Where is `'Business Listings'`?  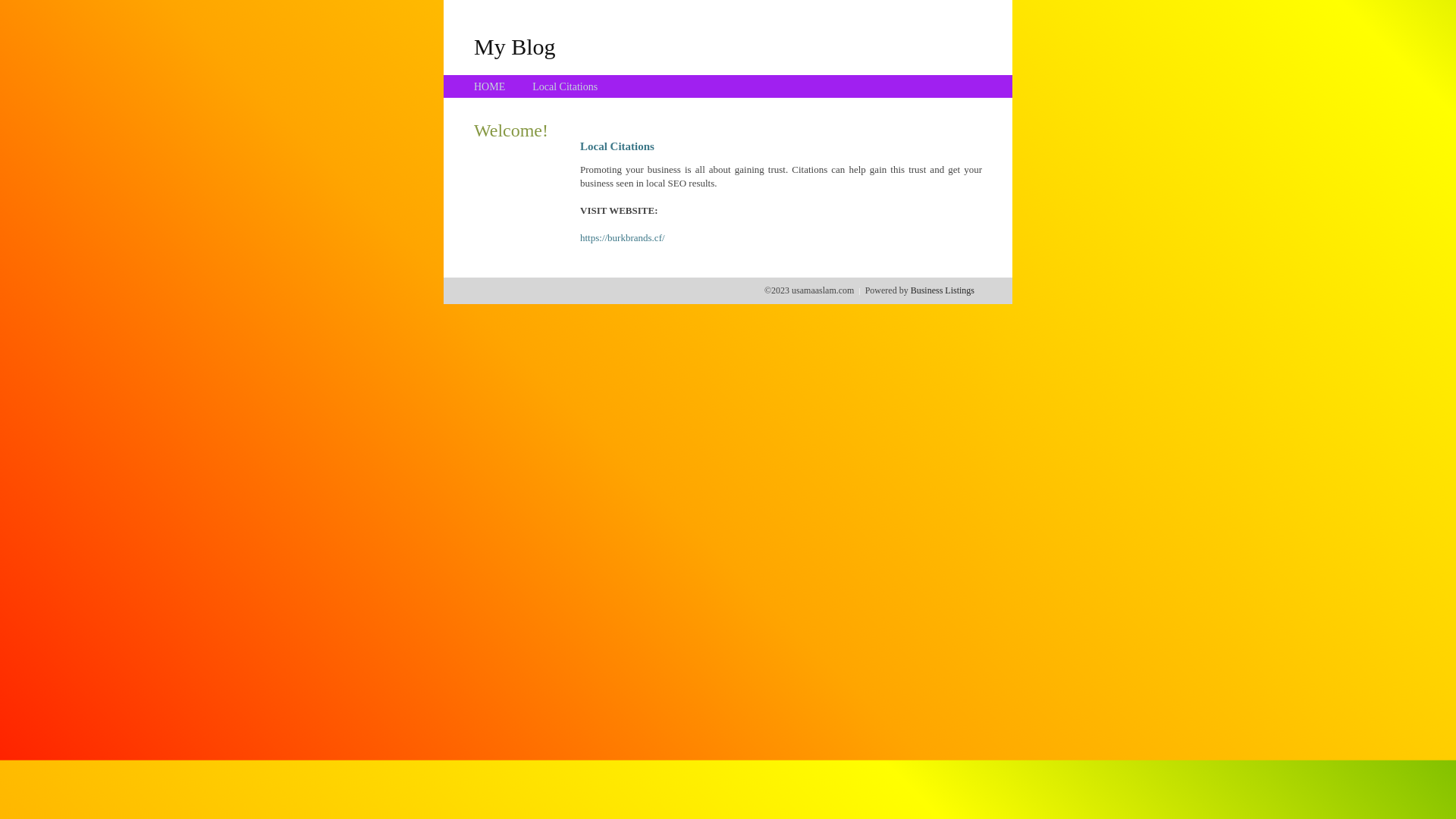 'Business Listings' is located at coordinates (942, 290).